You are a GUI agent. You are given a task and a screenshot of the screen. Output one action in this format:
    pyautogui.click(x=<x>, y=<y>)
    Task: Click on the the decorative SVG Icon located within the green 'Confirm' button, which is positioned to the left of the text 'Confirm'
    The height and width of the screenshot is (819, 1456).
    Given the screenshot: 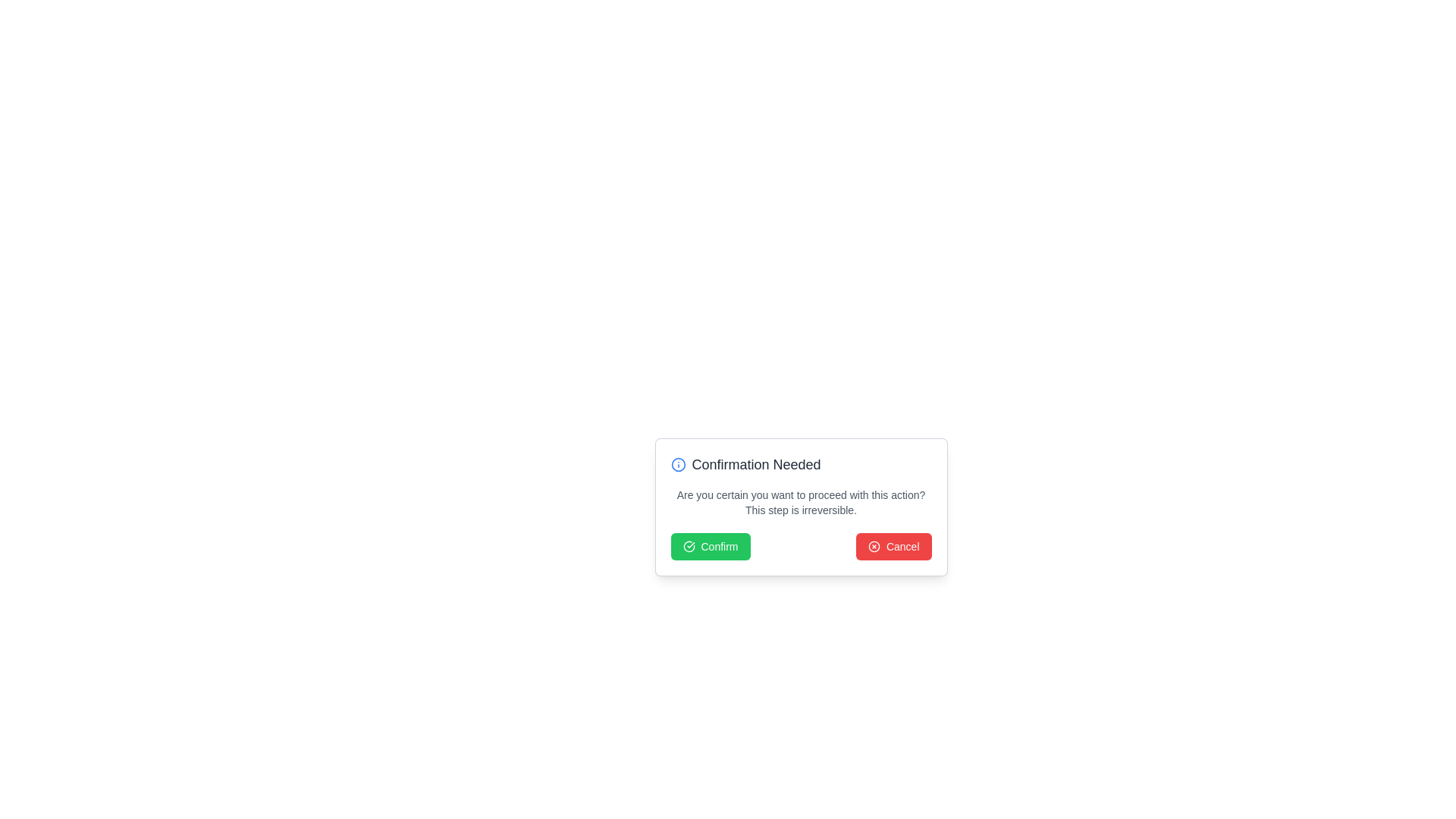 What is the action you would take?
    pyautogui.click(x=688, y=547)
    